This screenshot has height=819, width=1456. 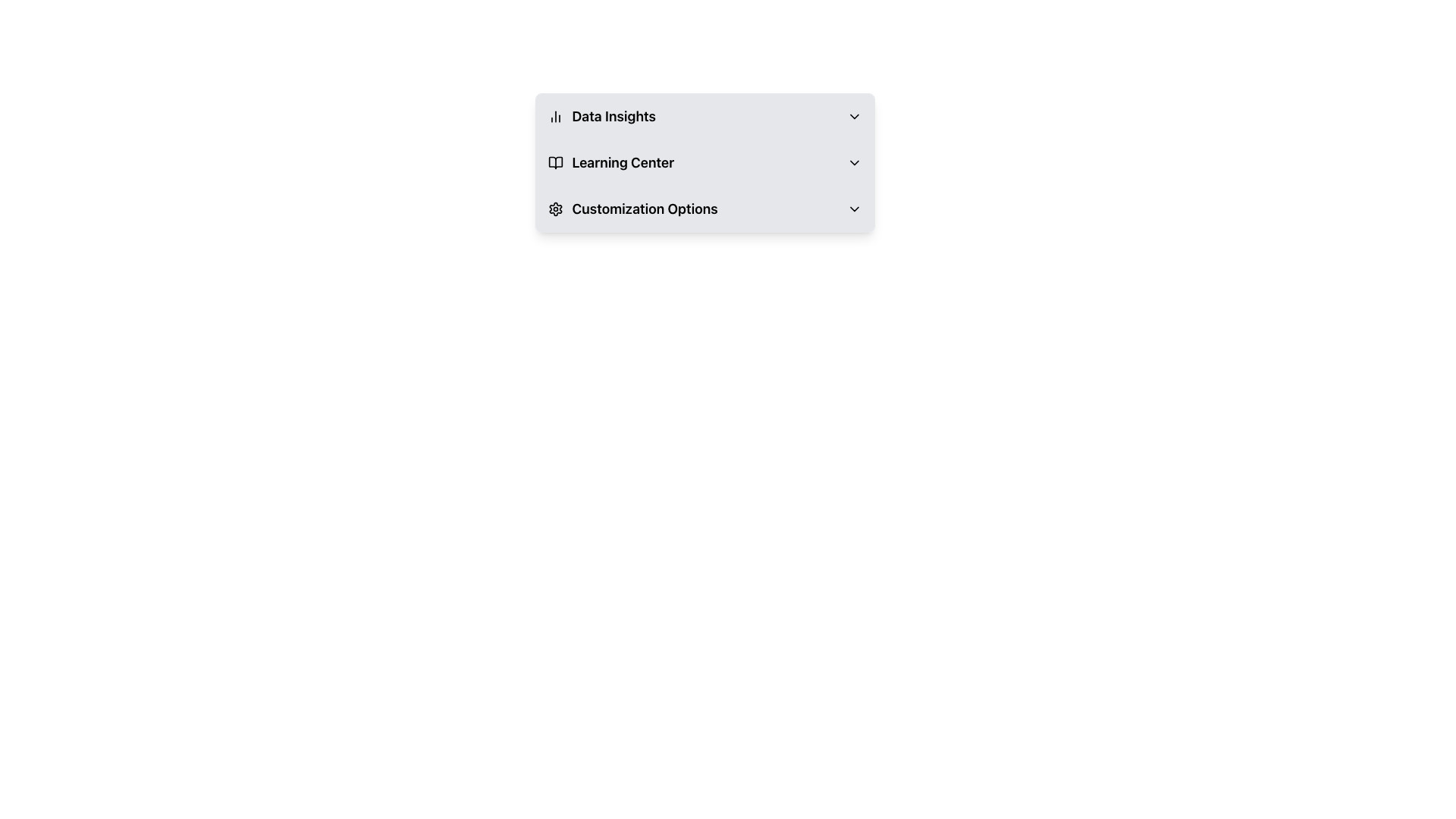 What do you see at coordinates (704, 163) in the screenshot?
I see `the 'Learning Center' interactive menu item` at bounding box center [704, 163].